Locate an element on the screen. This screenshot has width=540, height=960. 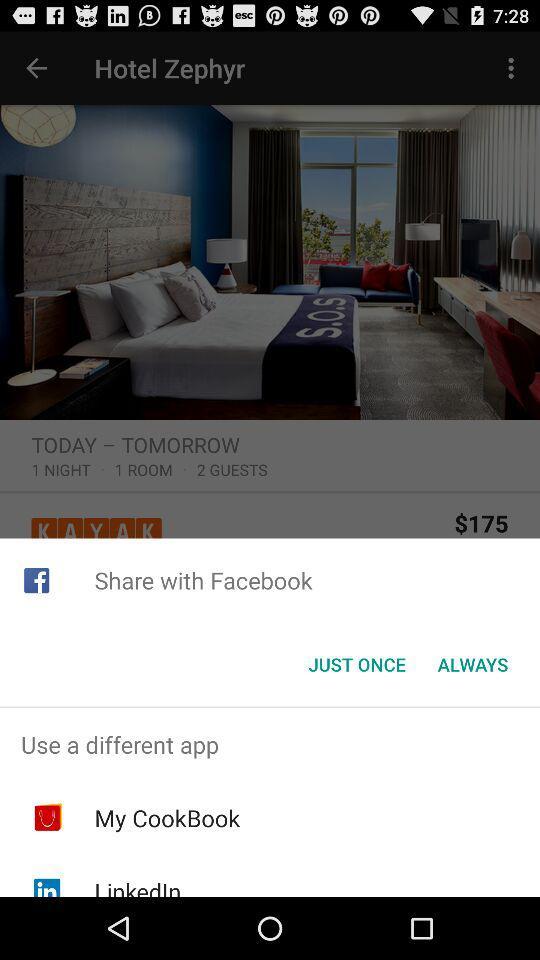
icon below the share with facebook app is located at coordinates (472, 664).